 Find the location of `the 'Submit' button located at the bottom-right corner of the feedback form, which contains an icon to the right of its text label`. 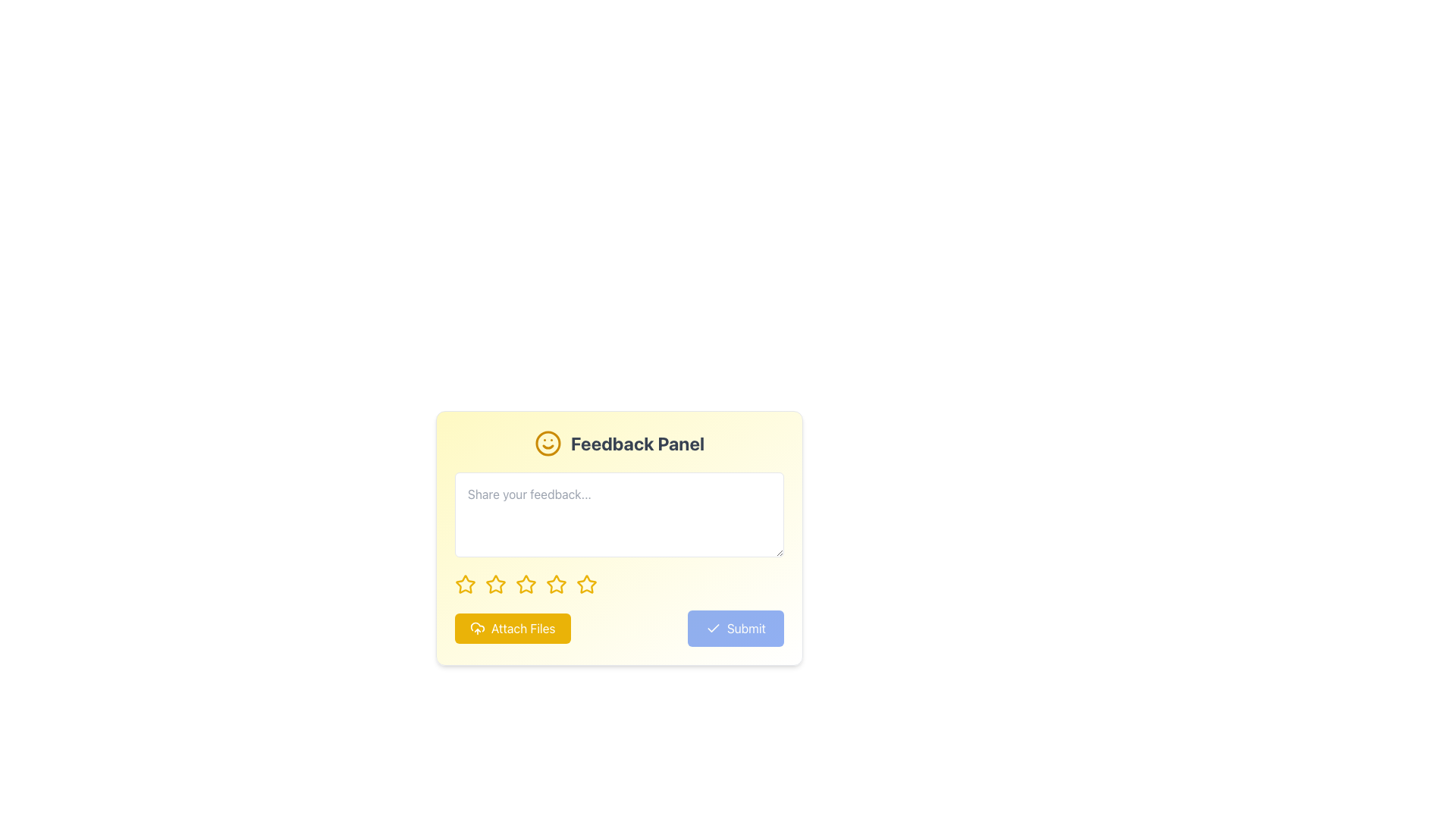

the 'Submit' button located at the bottom-right corner of the feedback form, which contains an icon to the right of its text label is located at coordinates (712, 629).